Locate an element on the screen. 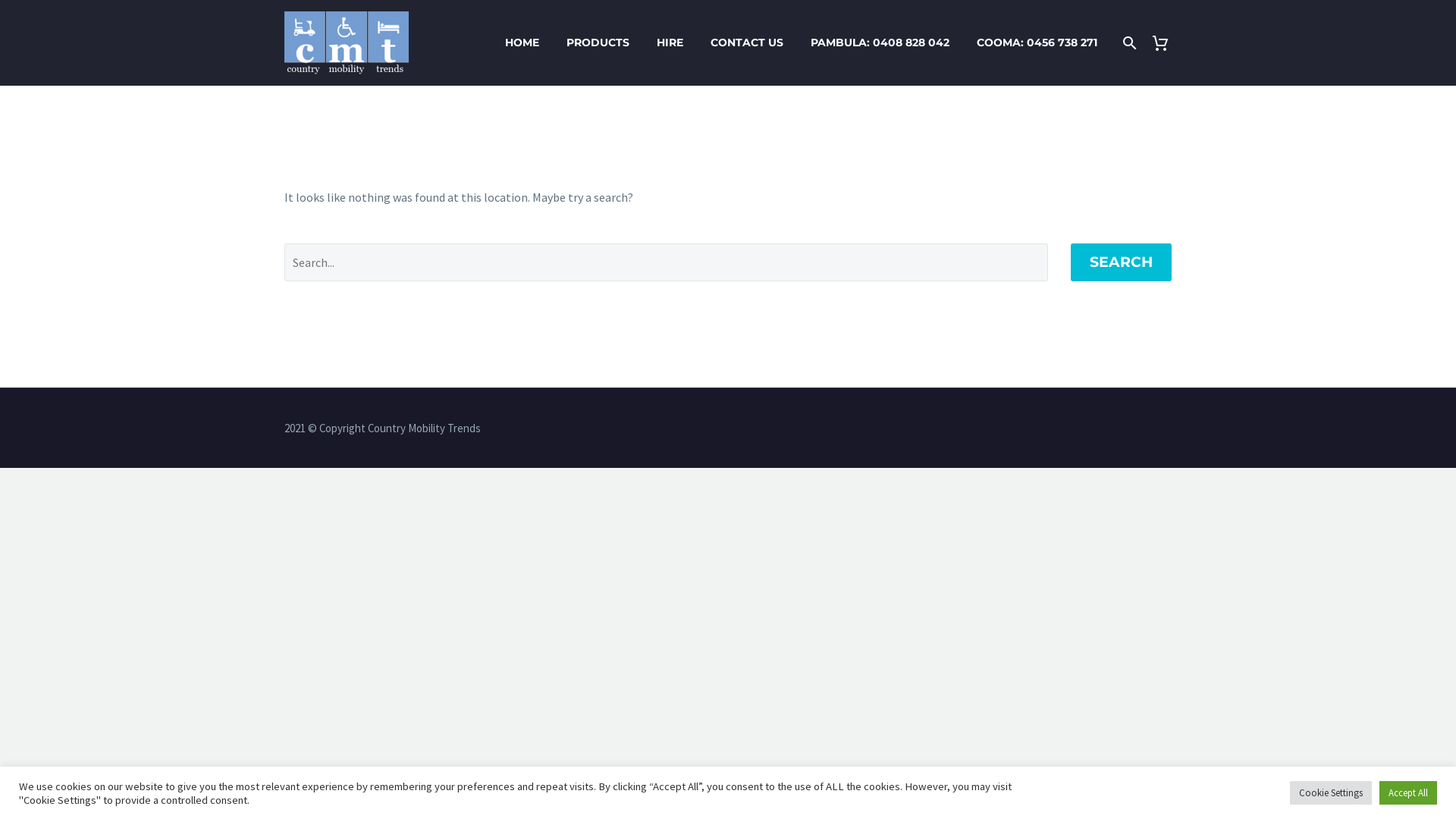 The width and height of the screenshot is (1456, 819). 'Cookie Settings' is located at coordinates (1330, 792).